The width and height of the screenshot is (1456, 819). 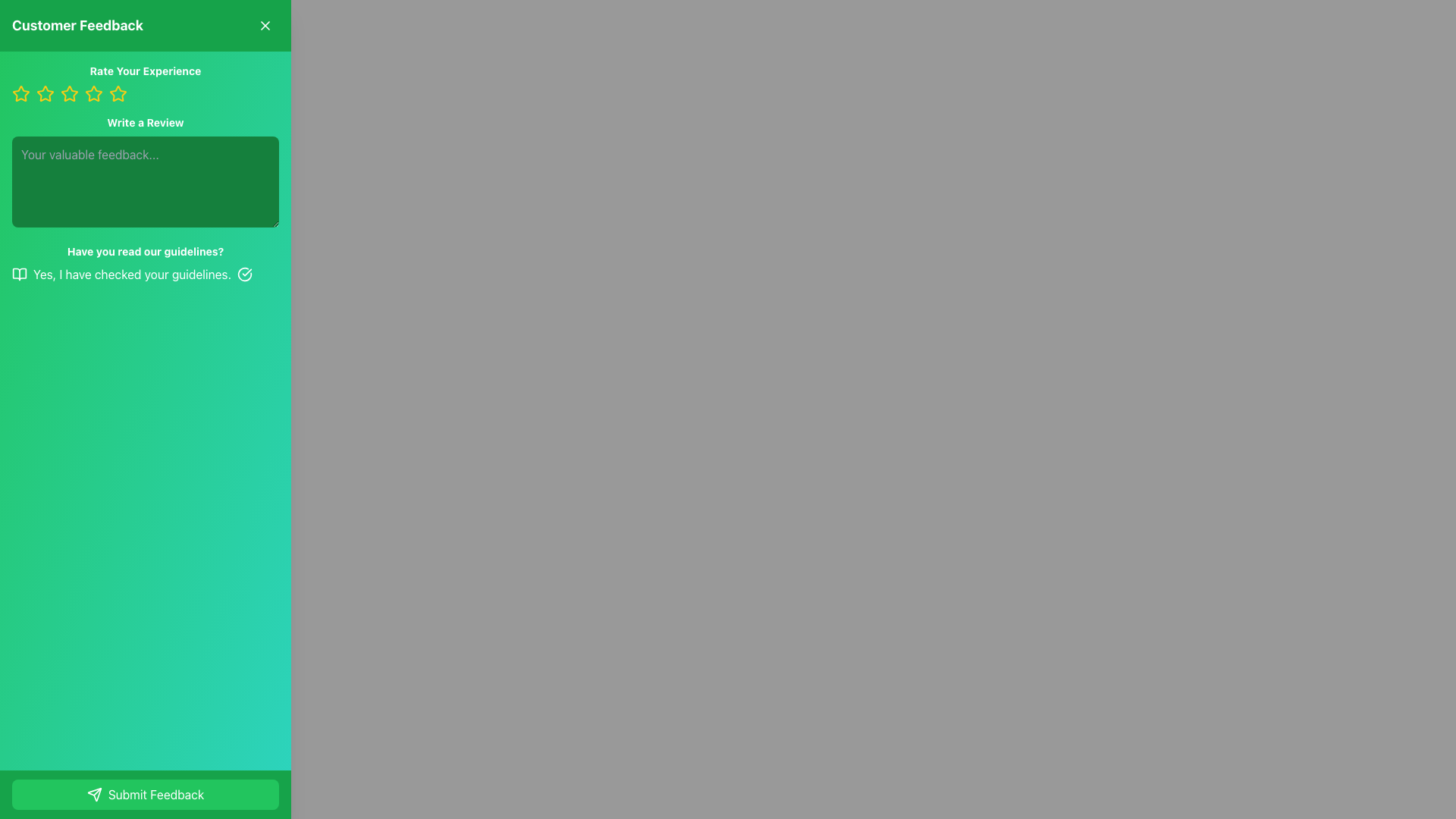 What do you see at coordinates (146, 262) in the screenshot?
I see `the confirmation prompt located near the bottom of the layout, specifically under the 'Write a Review' section, to read the guidelines statement` at bounding box center [146, 262].